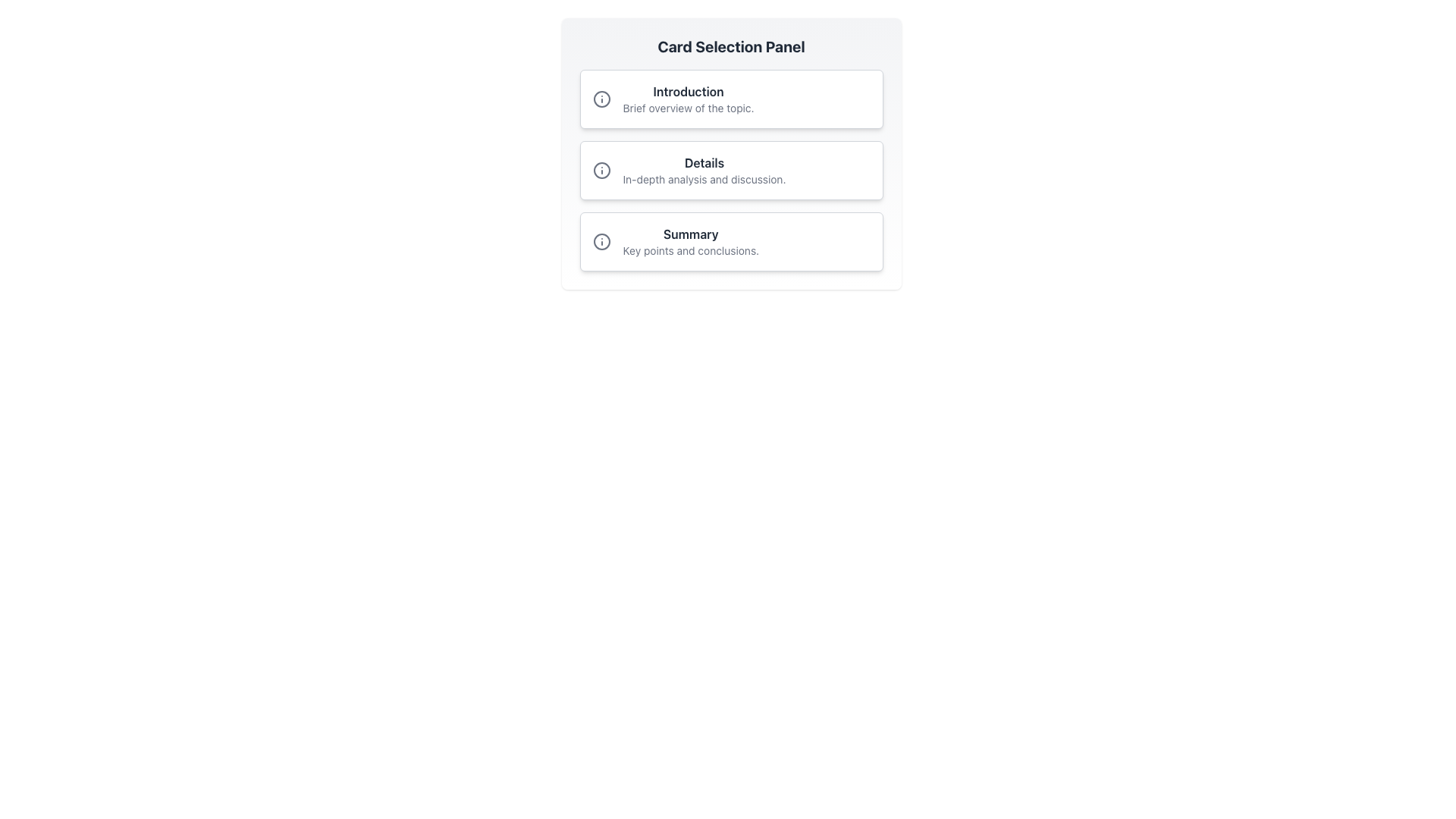 This screenshot has height=819, width=1456. Describe the element at coordinates (731, 170) in the screenshot. I see `on the second card in the vertical stack of three cards, positioned between 'Introduction' and 'Summary'` at that location.